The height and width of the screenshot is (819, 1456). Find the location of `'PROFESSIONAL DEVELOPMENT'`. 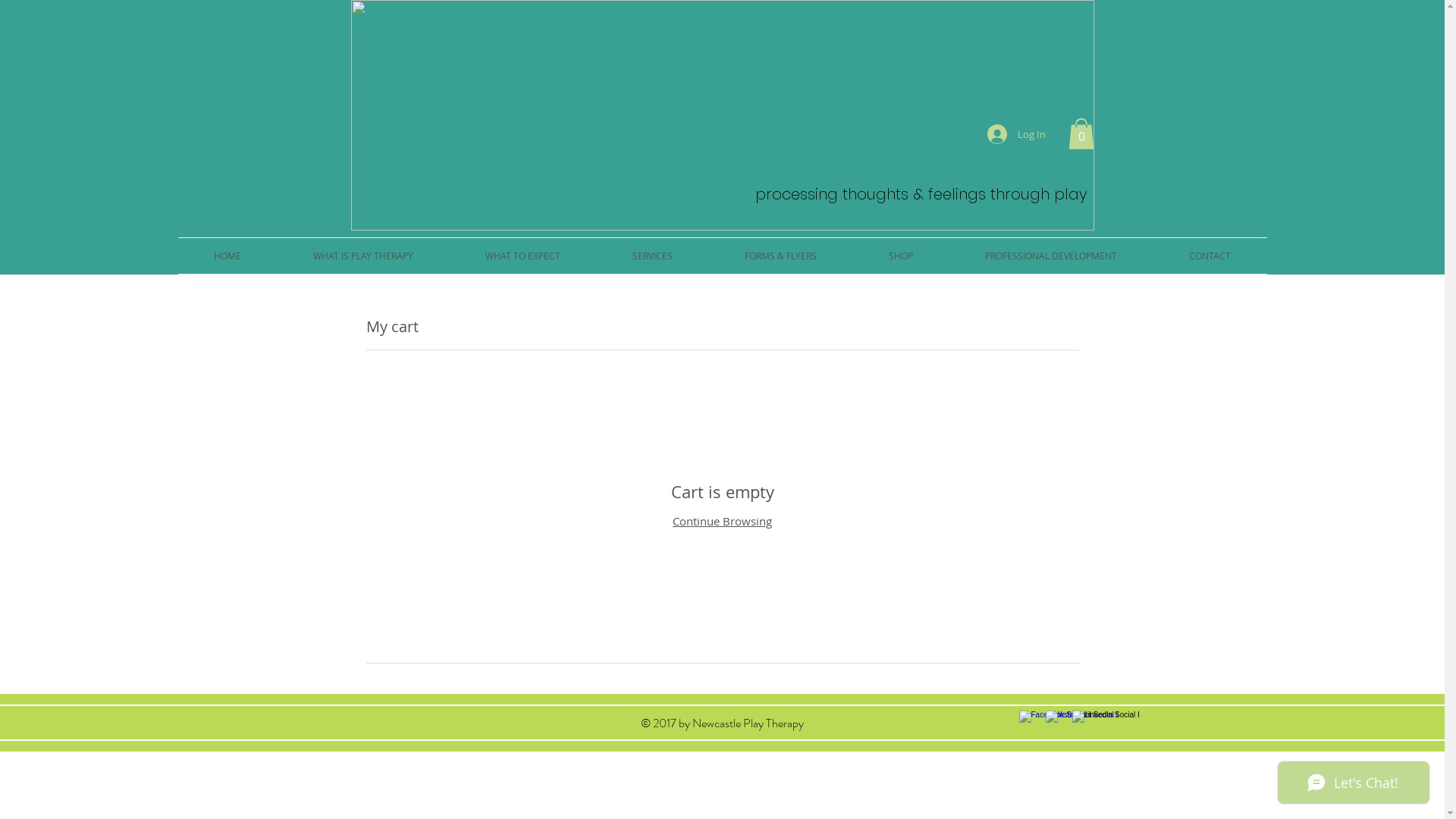

'PROFESSIONAL DEVELOPMENT' is located at coordinates (1050, 255).